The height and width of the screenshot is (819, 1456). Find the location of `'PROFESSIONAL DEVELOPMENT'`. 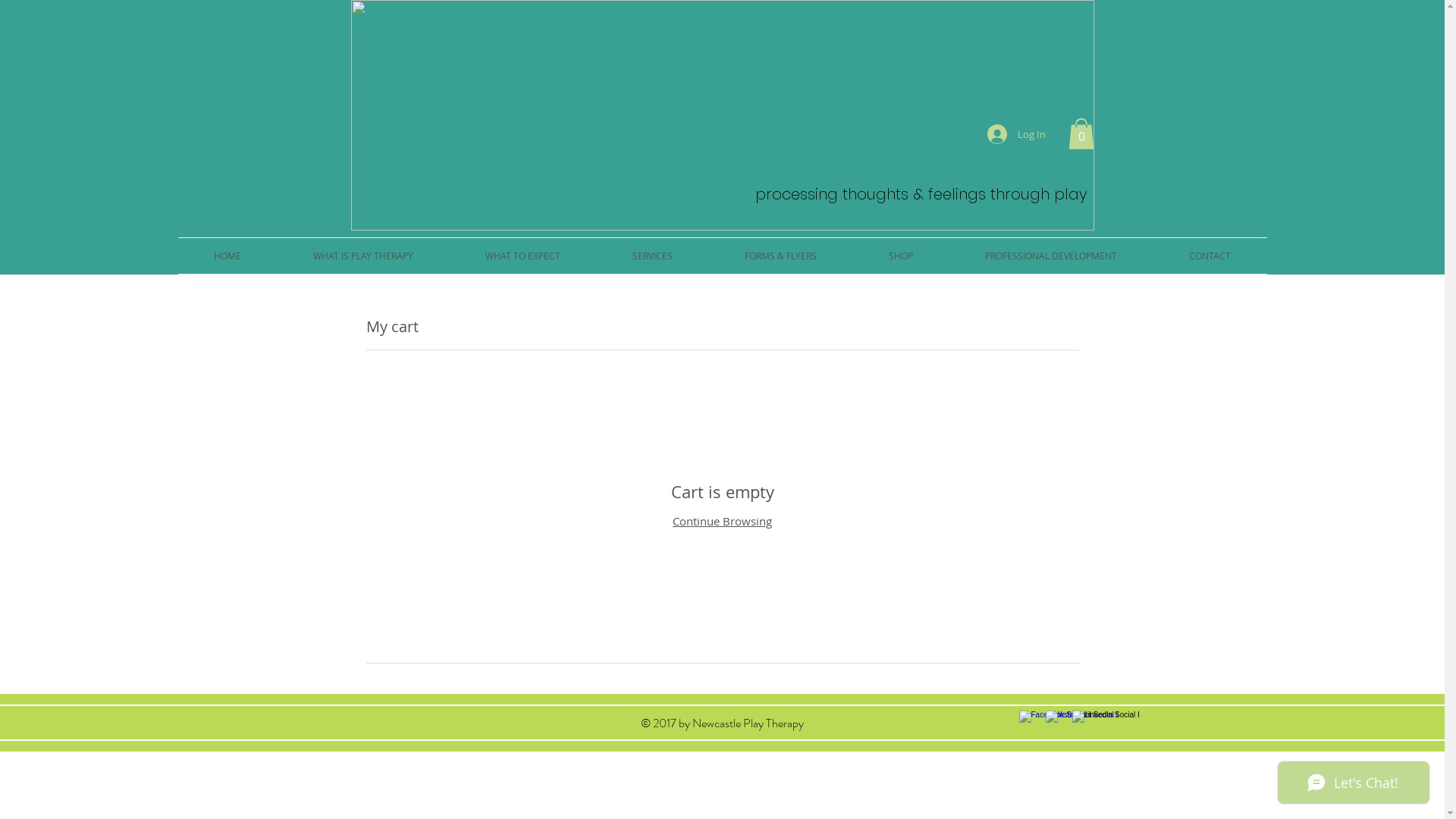

'PROFESSIONAL DEVELOPMENT' is located at coordinates (1050, 255).